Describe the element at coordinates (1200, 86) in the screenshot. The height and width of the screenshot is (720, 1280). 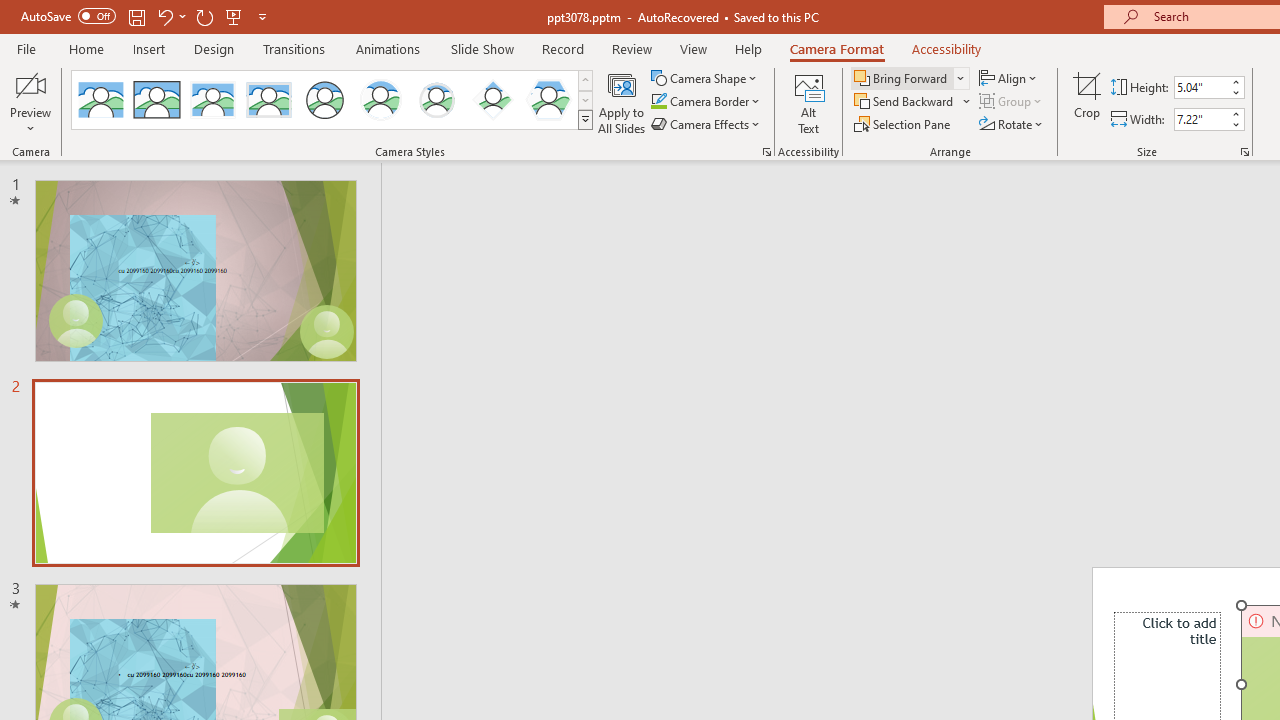
I see `'Cameo Height'` at that location.